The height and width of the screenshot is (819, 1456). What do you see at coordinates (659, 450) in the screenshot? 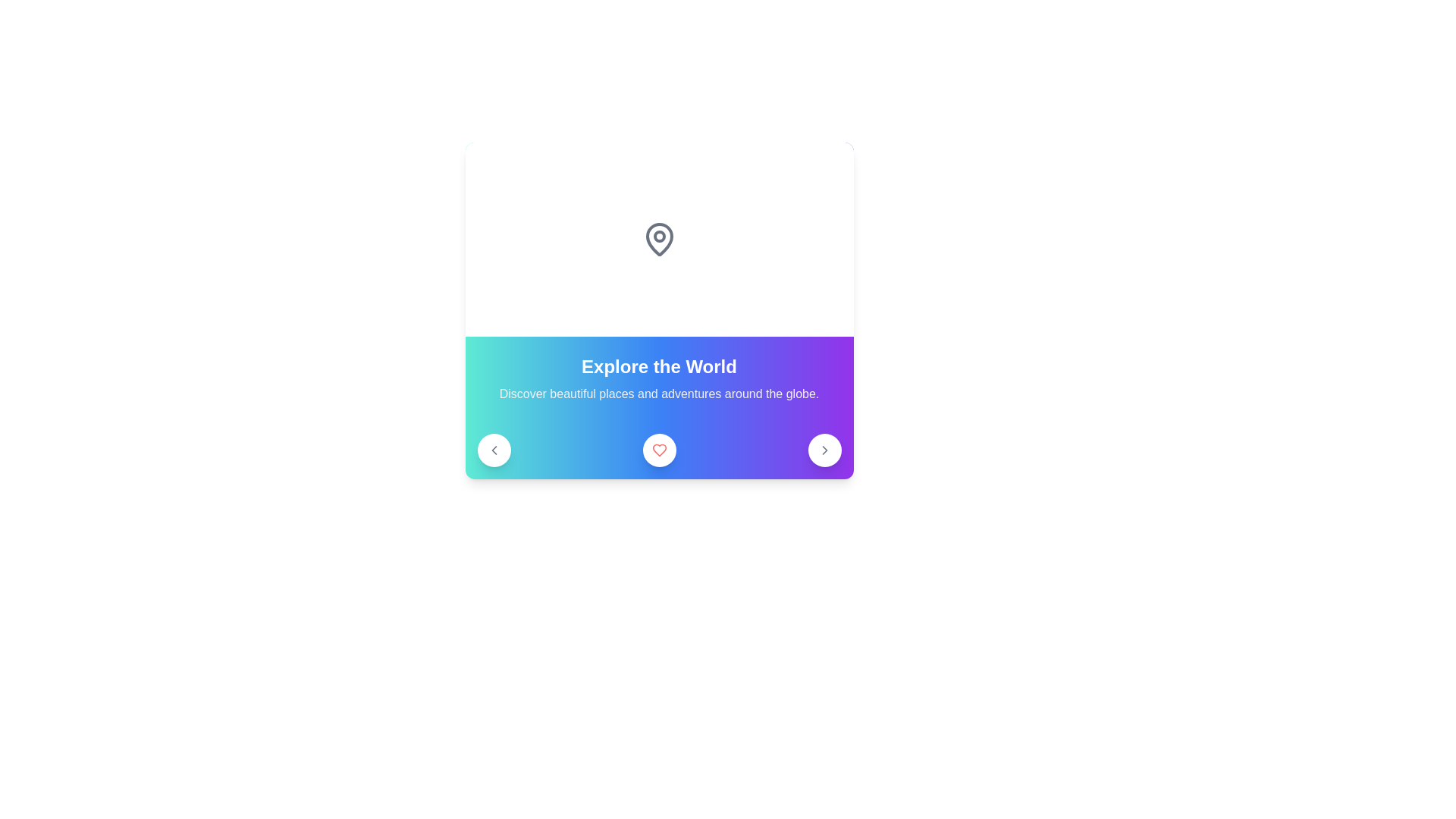
I see `the favorite button located in the middle of the lower section of the card interface` at bounding box center [659, 450].